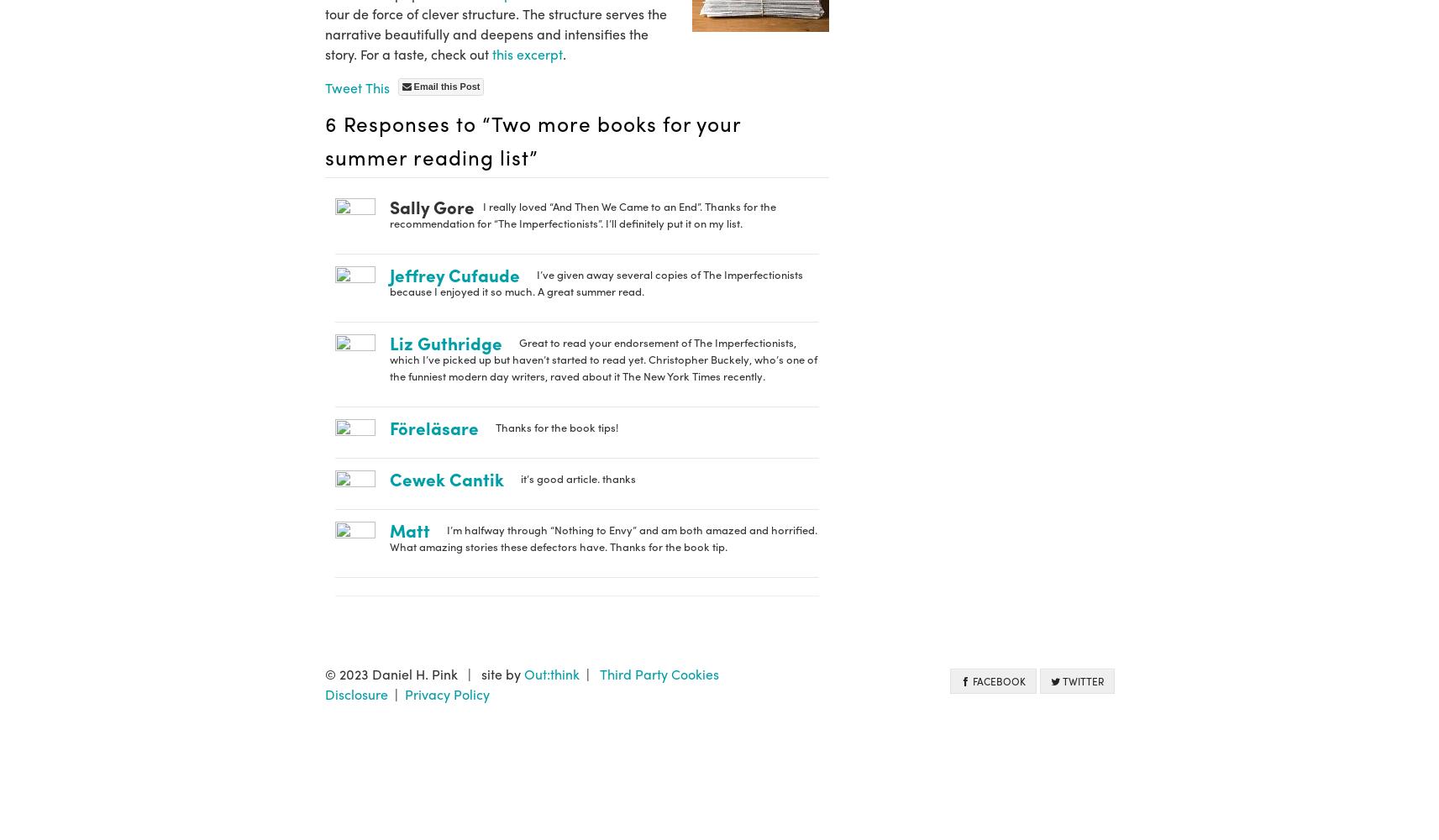 The height and width of the screenshot is (840, 1439). What do you see at coordinates (388, 538) in the screenshot?
I see `'I’m halfway through “Nothing to Envy” and am both amazed and horrified.  What amazing stories these defectors have.  Thanks for the book tip.'` at bounding box center [388, 538].